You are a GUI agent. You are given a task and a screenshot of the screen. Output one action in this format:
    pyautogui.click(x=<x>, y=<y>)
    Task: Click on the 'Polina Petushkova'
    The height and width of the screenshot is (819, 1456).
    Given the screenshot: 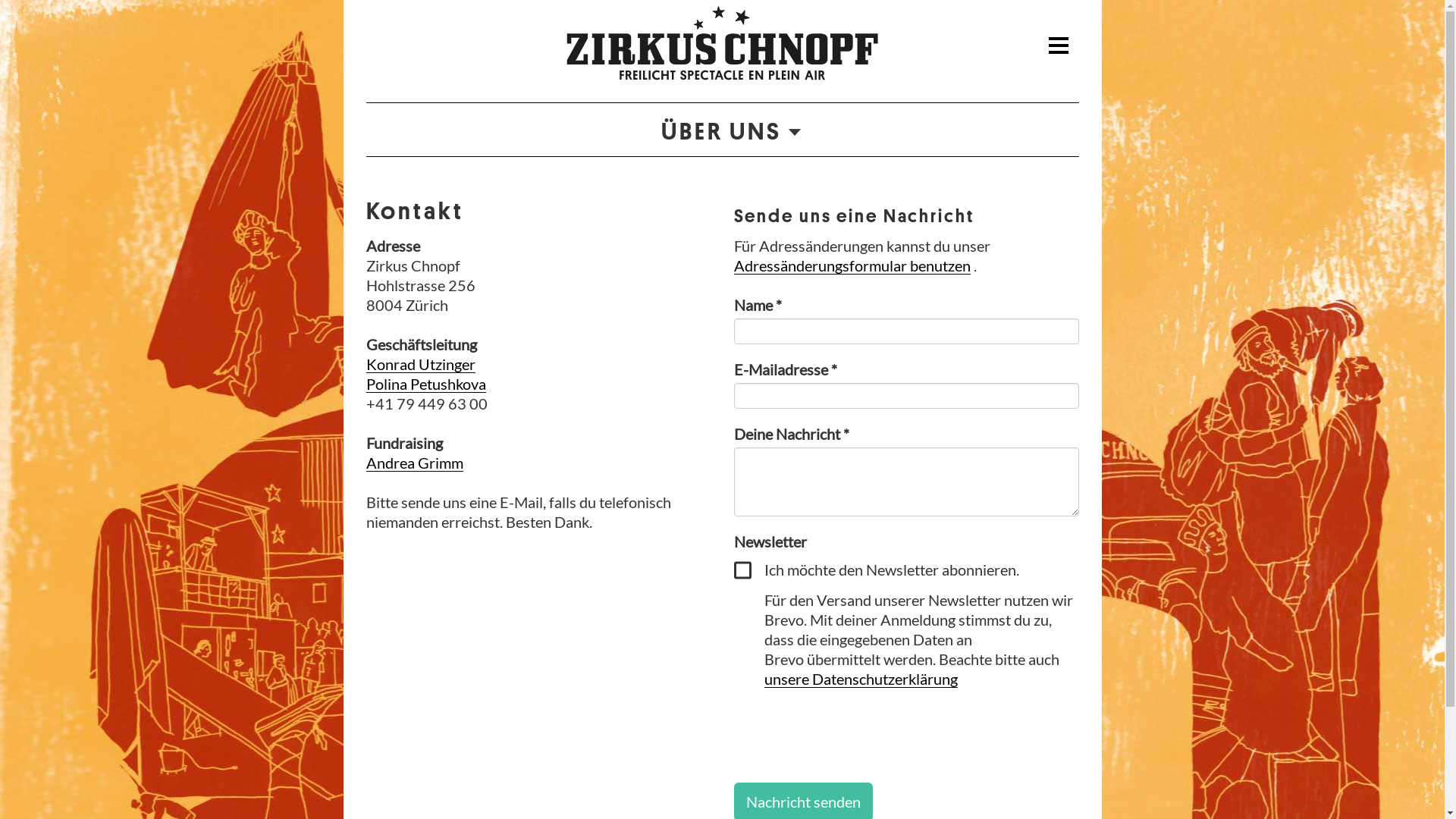 What is the action you would take?
    pyautogui.click(x=425, y=382)
    